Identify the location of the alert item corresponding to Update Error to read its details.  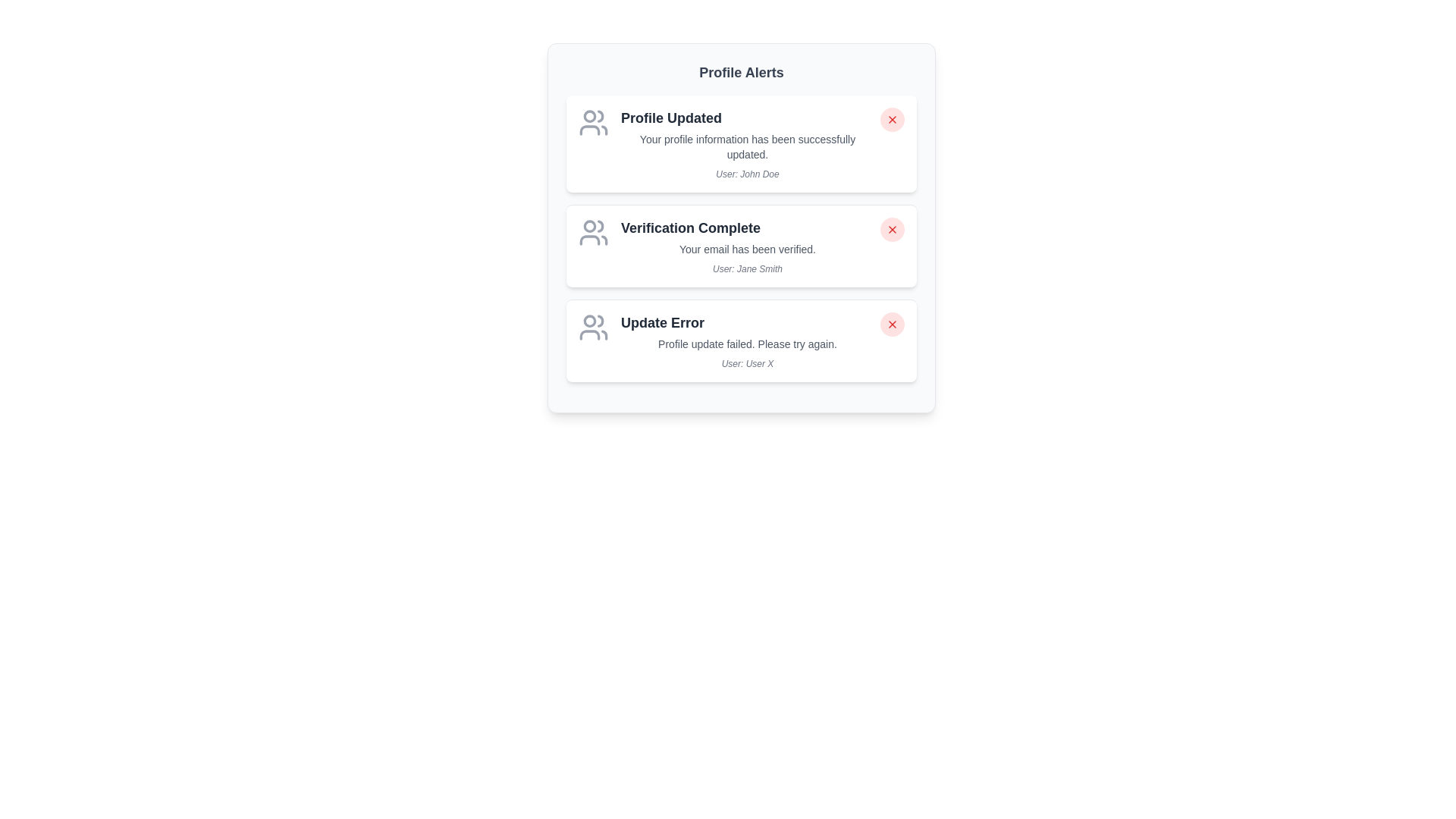
(742, 340).